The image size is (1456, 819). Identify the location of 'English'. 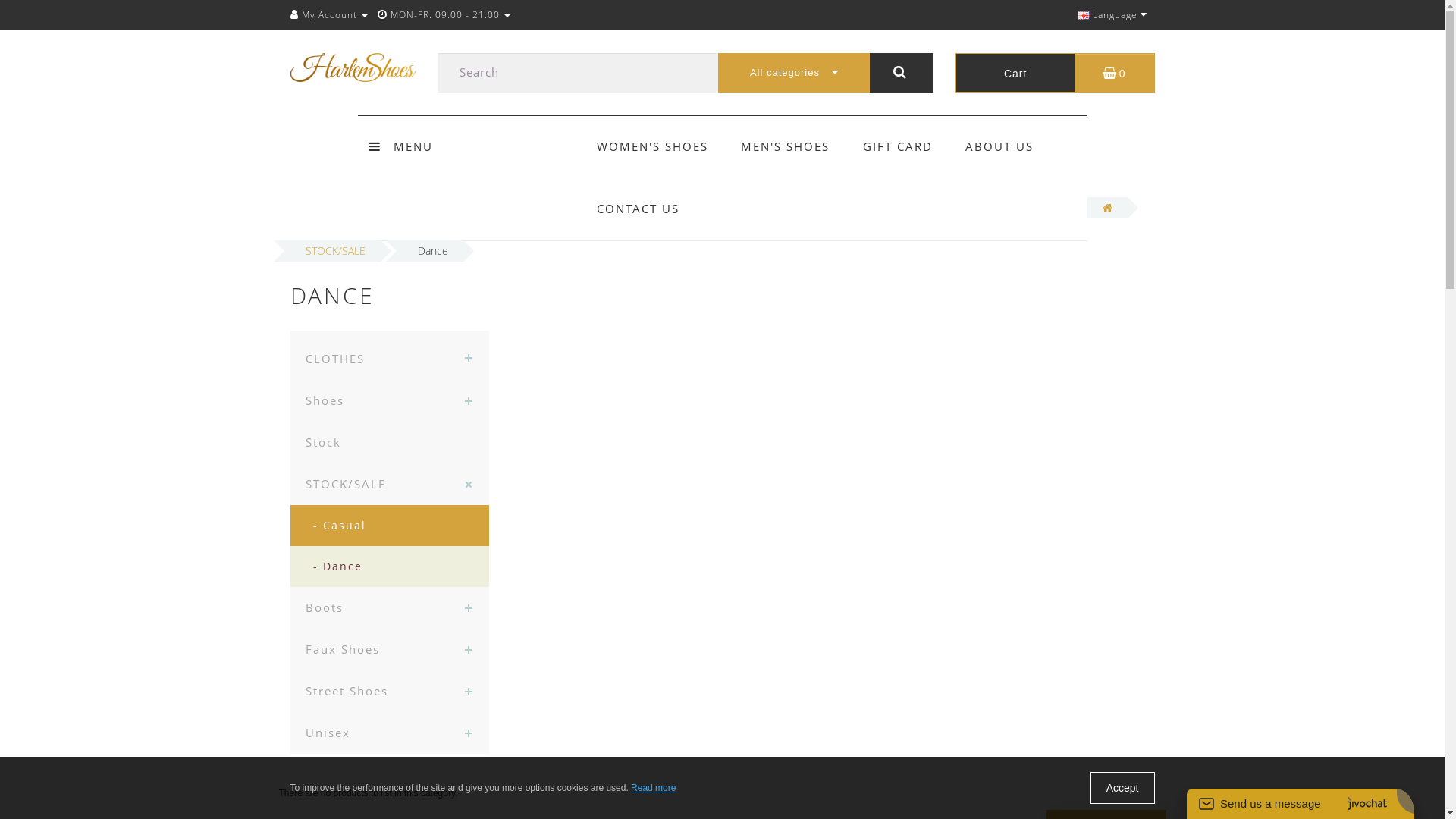
(1076, 15).